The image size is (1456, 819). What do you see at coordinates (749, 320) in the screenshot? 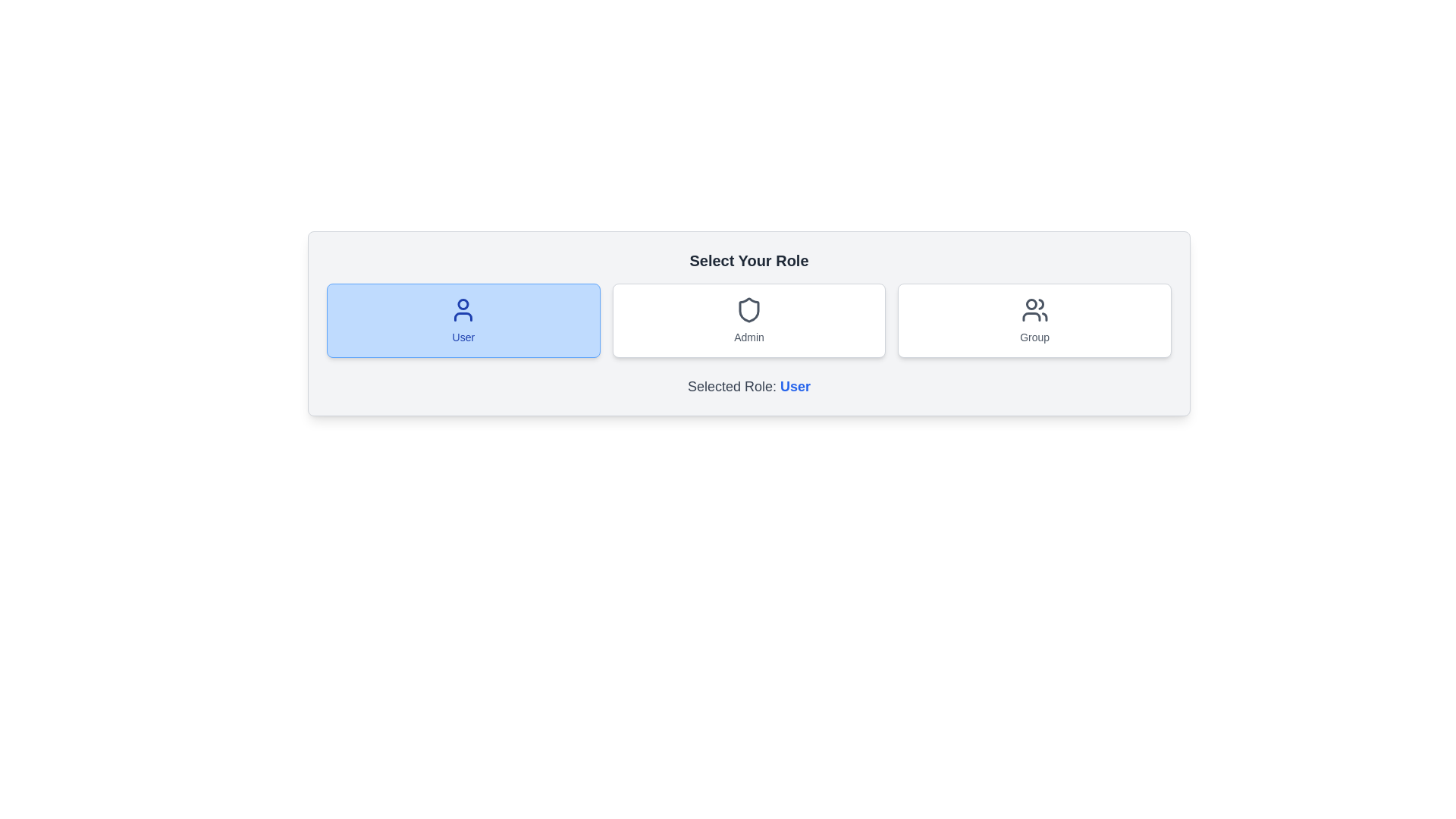
I see `the role Admin by clicking on its corresponding button` at bounding box center [749, 320].